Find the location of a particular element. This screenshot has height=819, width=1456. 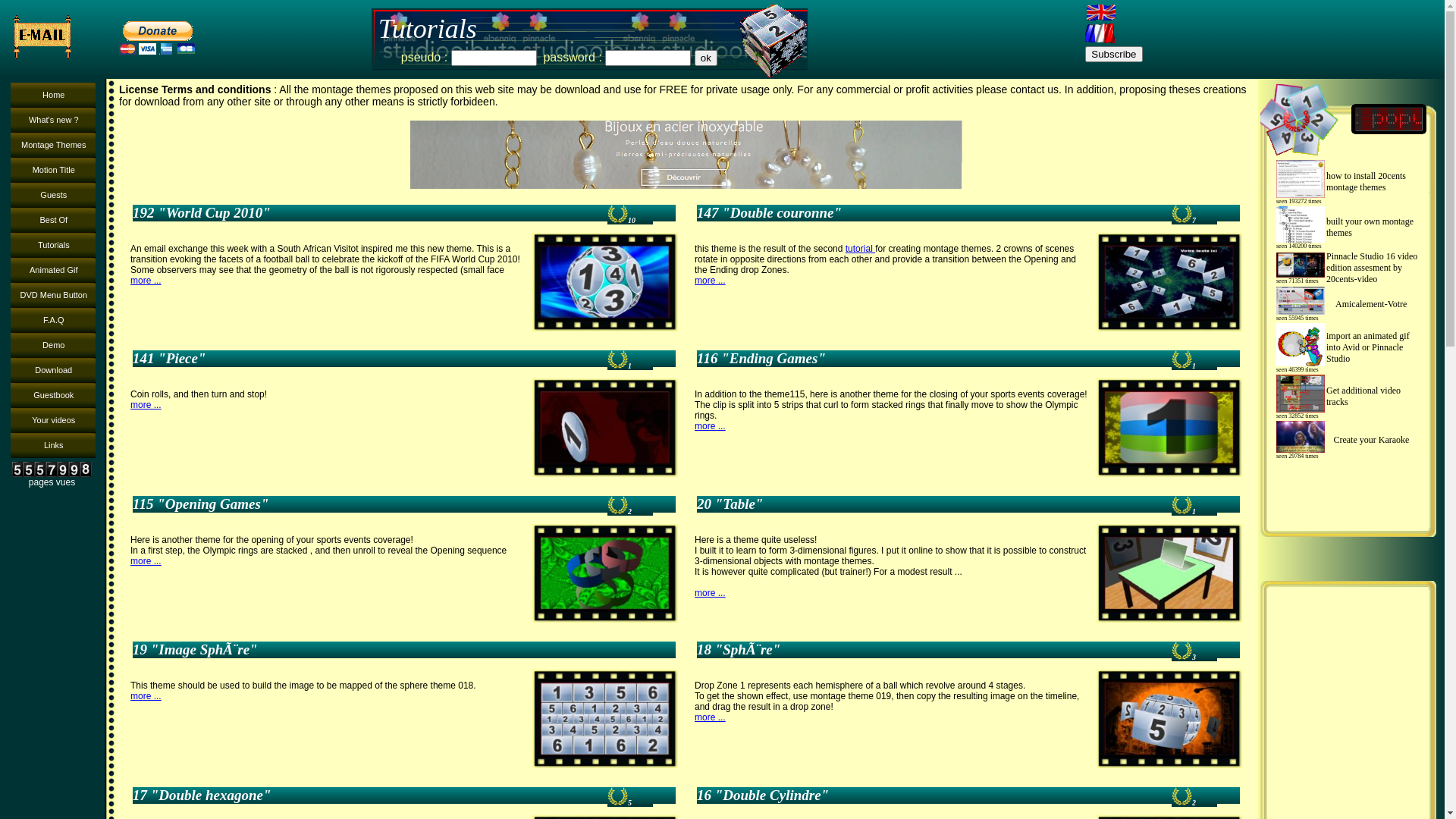

'seen 29784 times Create your Karaoke' is located at coordinates (1348, 439).